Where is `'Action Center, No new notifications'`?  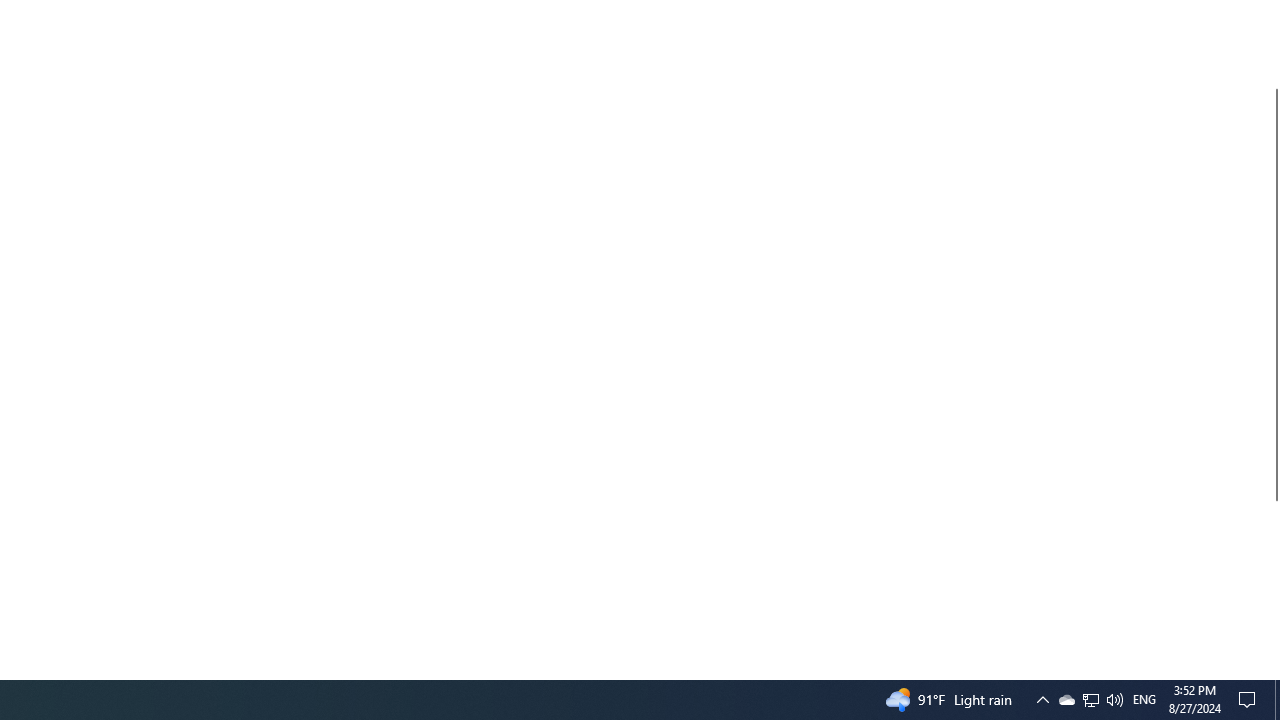
'Action Center, No new notifications' is located at coordinates (1250, 698).